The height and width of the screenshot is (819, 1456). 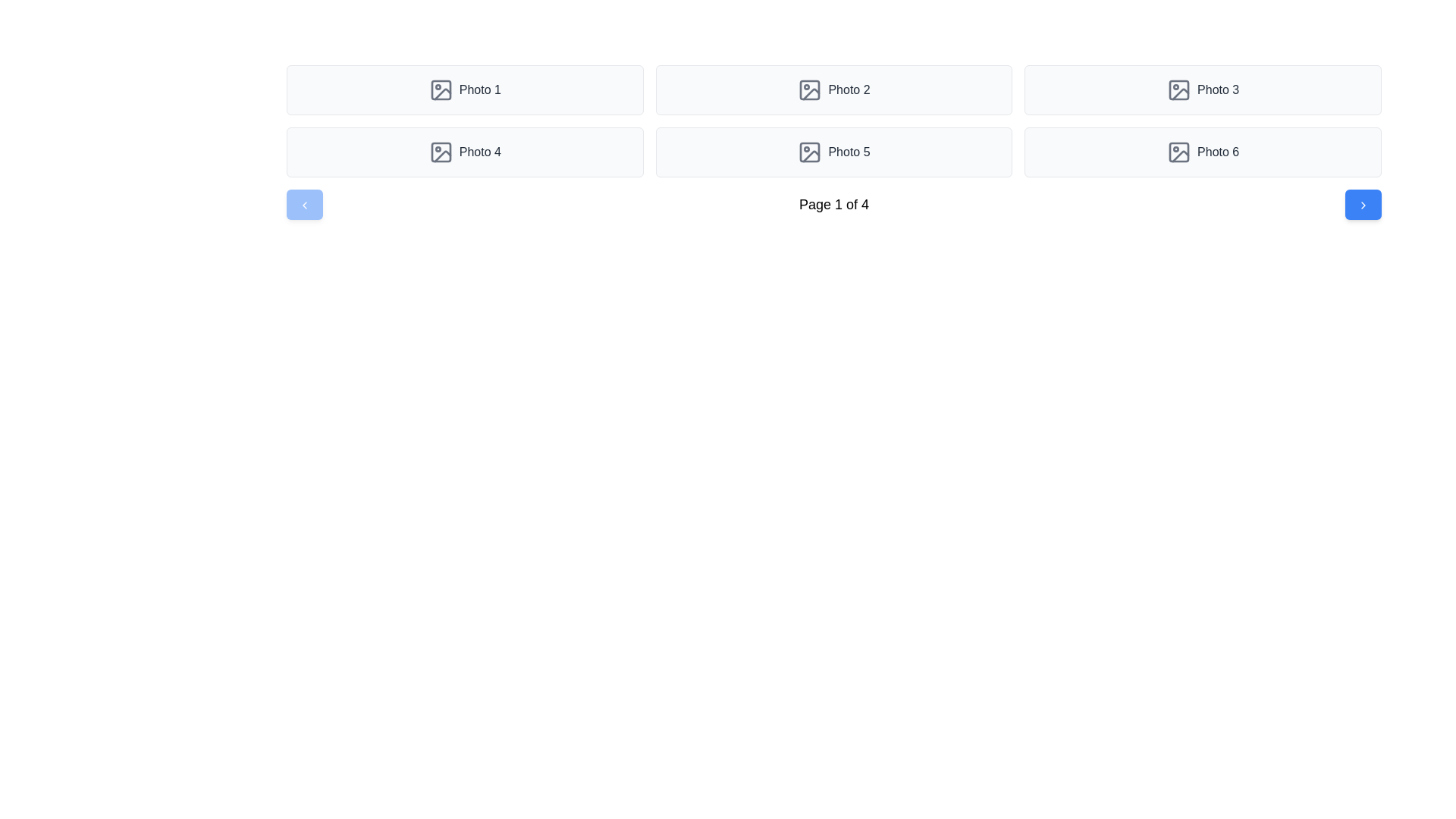 What do you see at coordinates (464, 152) in the screenshot?
I see `the label 'Photo 4' and the associated picture icon on the card component with a light gray background, located in the second row of the grid layout` at bounding box center [464, 152].